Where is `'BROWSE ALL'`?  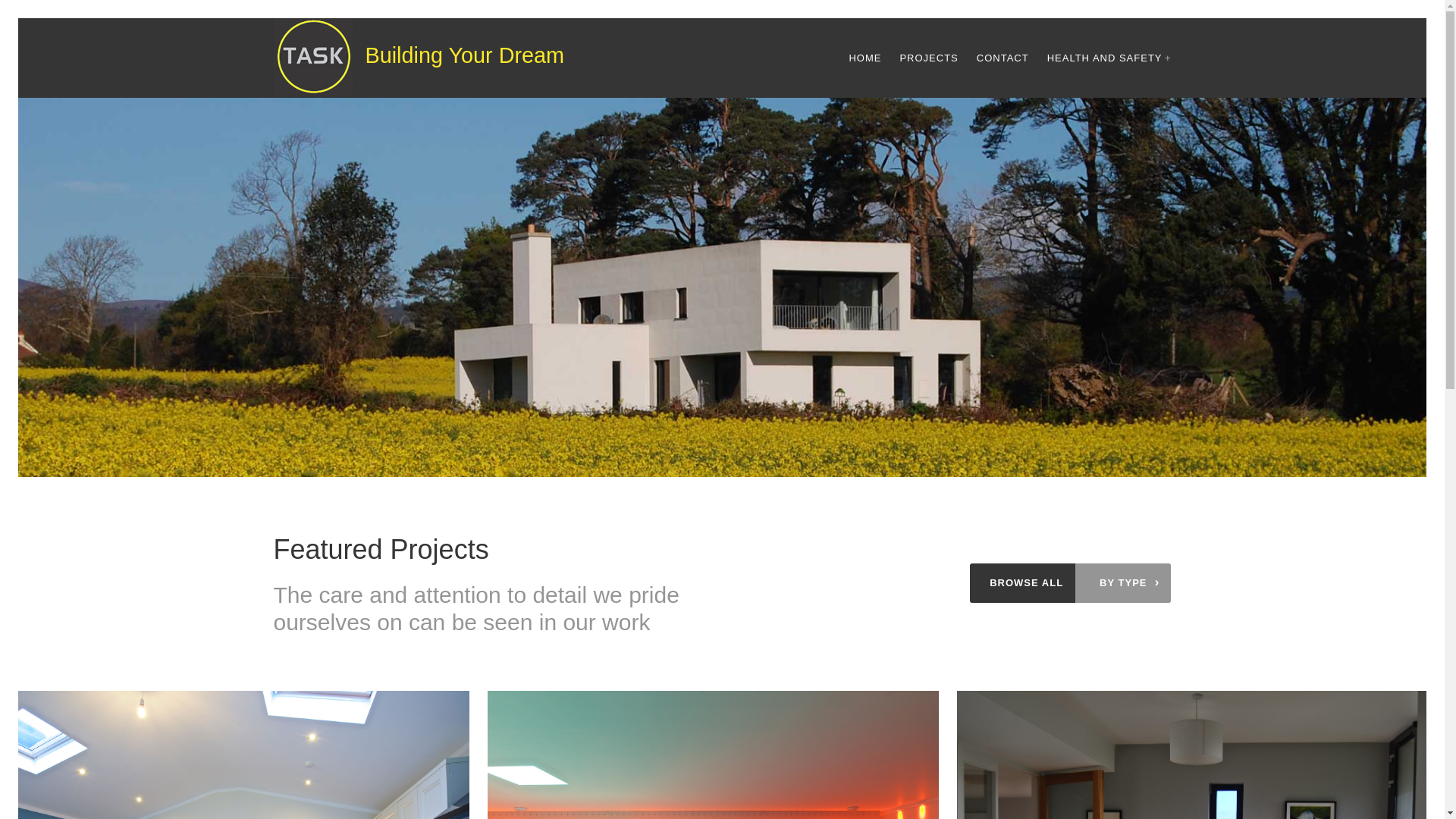 'BROWSE ALL' is located at coordinates (1026, 582).